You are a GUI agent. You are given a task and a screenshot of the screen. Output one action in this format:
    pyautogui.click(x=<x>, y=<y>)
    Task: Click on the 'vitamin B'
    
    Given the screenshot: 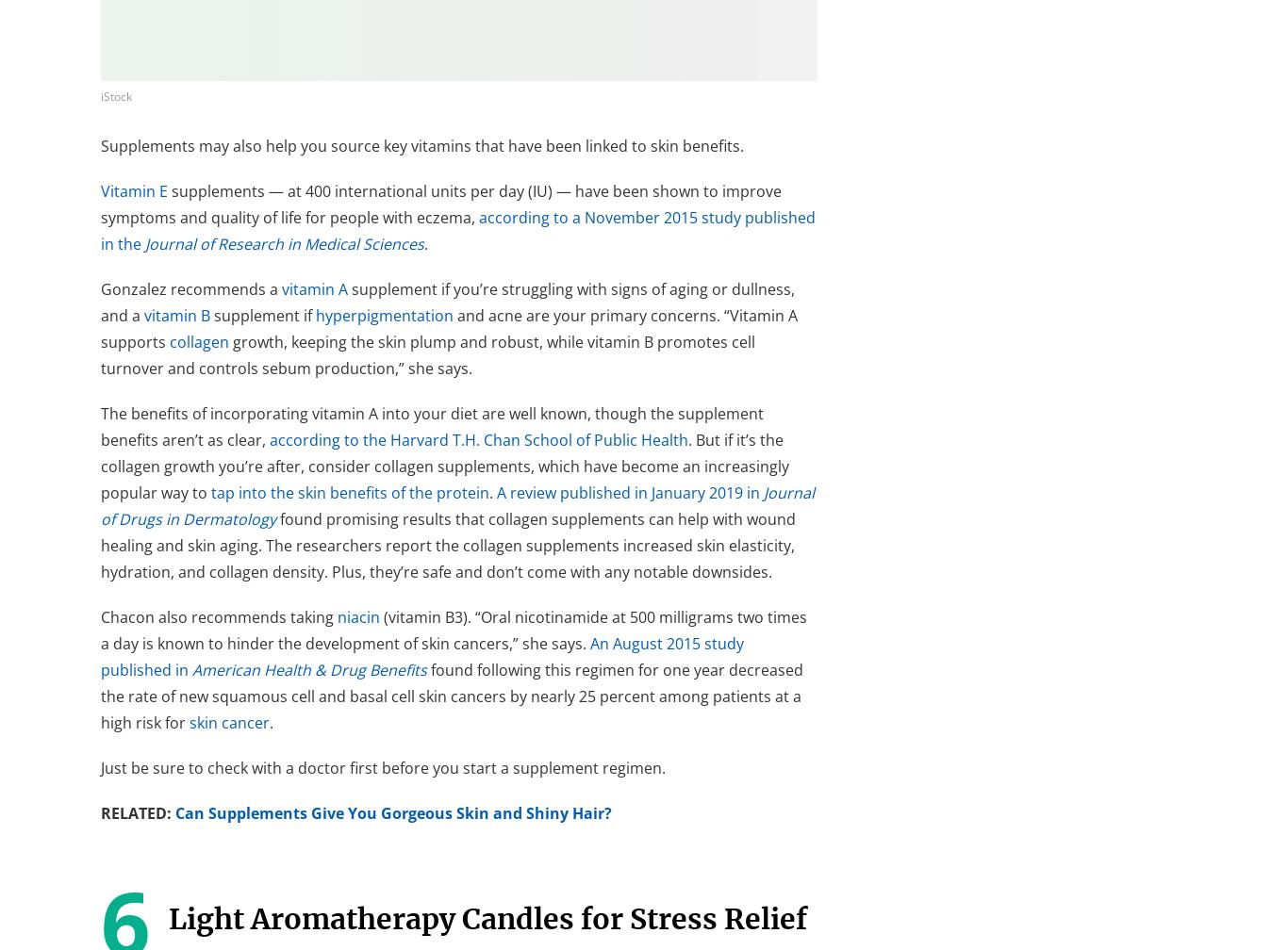 What is the action you would take?
    pyautogui.click(x=175, y=314)
    